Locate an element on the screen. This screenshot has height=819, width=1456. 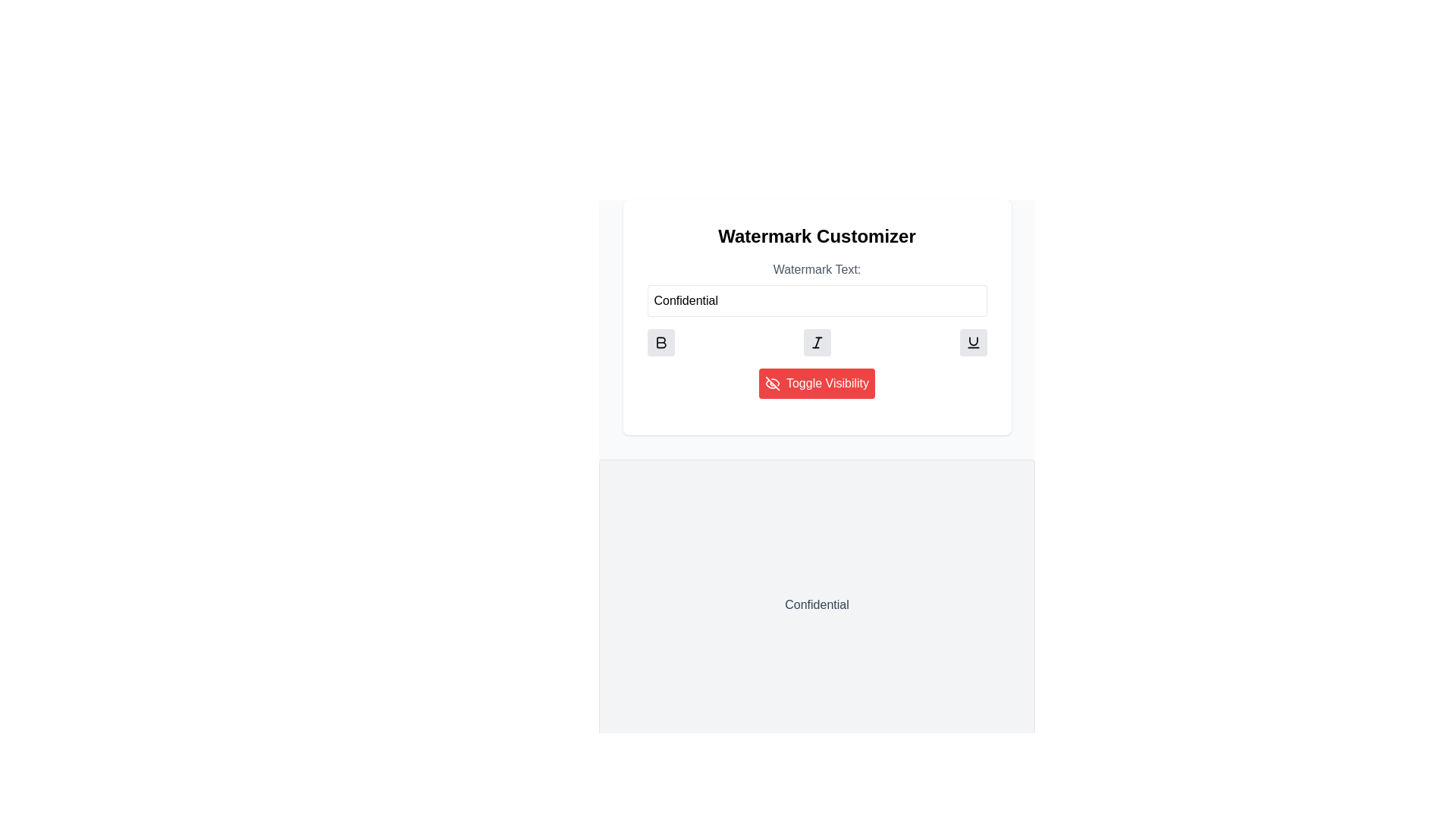
the static text label element that contains the text 'Watermark Text:' which is styled in gray color and positioned above the text input field in the 'Watermark Customizer' section is located at coordinates (816, 268).